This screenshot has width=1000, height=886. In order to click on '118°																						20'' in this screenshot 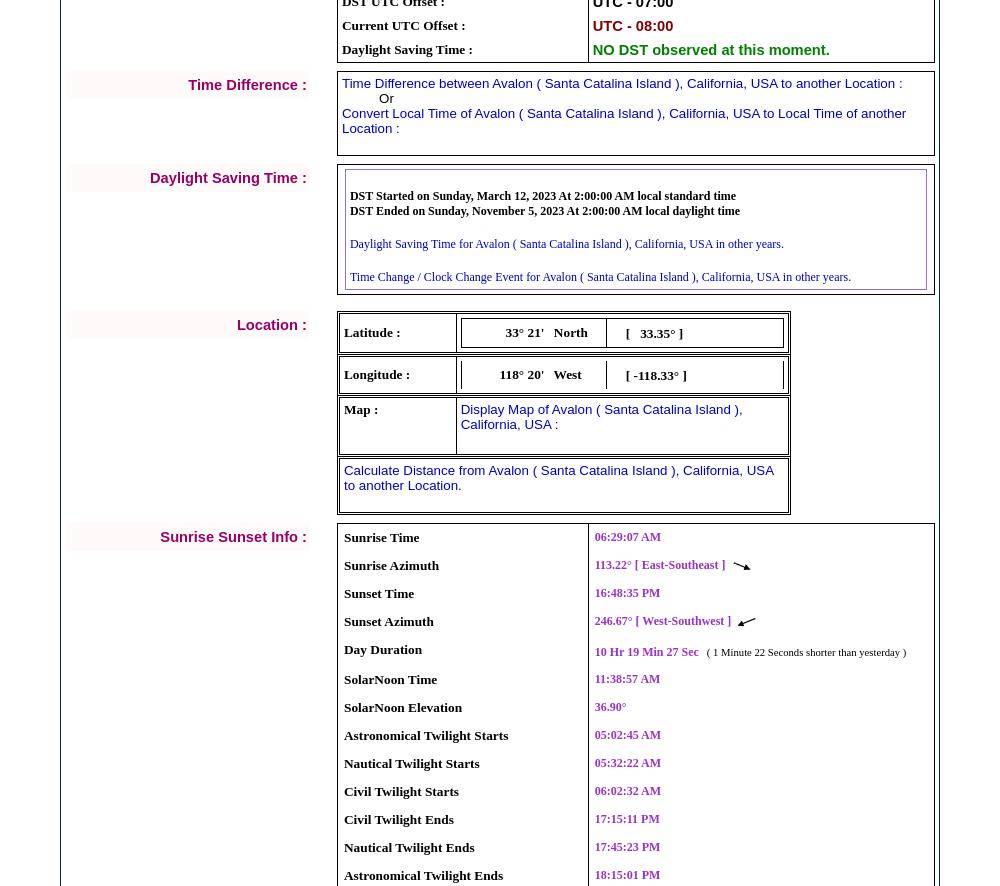, I will do `click(521, 373)`.